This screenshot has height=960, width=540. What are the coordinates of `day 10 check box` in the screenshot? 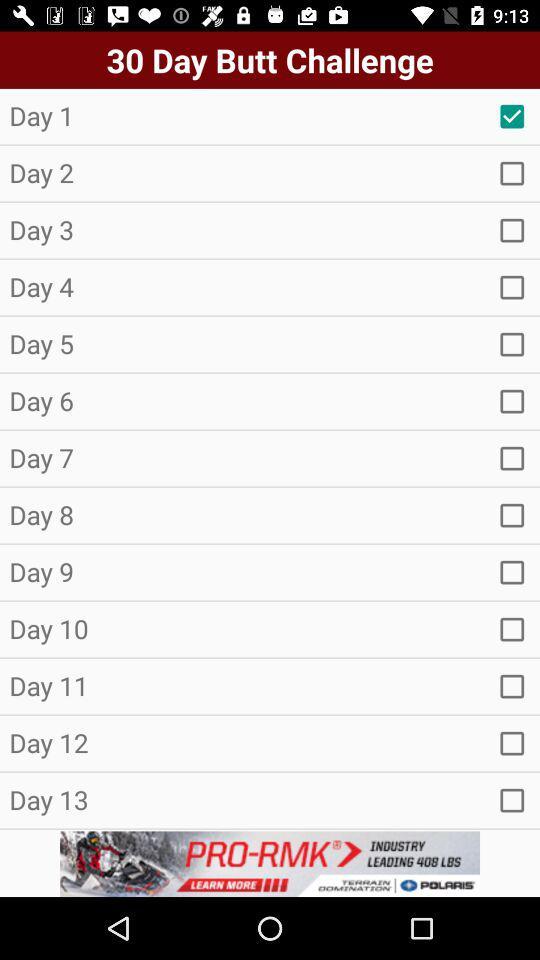 It's located at (512, 628).